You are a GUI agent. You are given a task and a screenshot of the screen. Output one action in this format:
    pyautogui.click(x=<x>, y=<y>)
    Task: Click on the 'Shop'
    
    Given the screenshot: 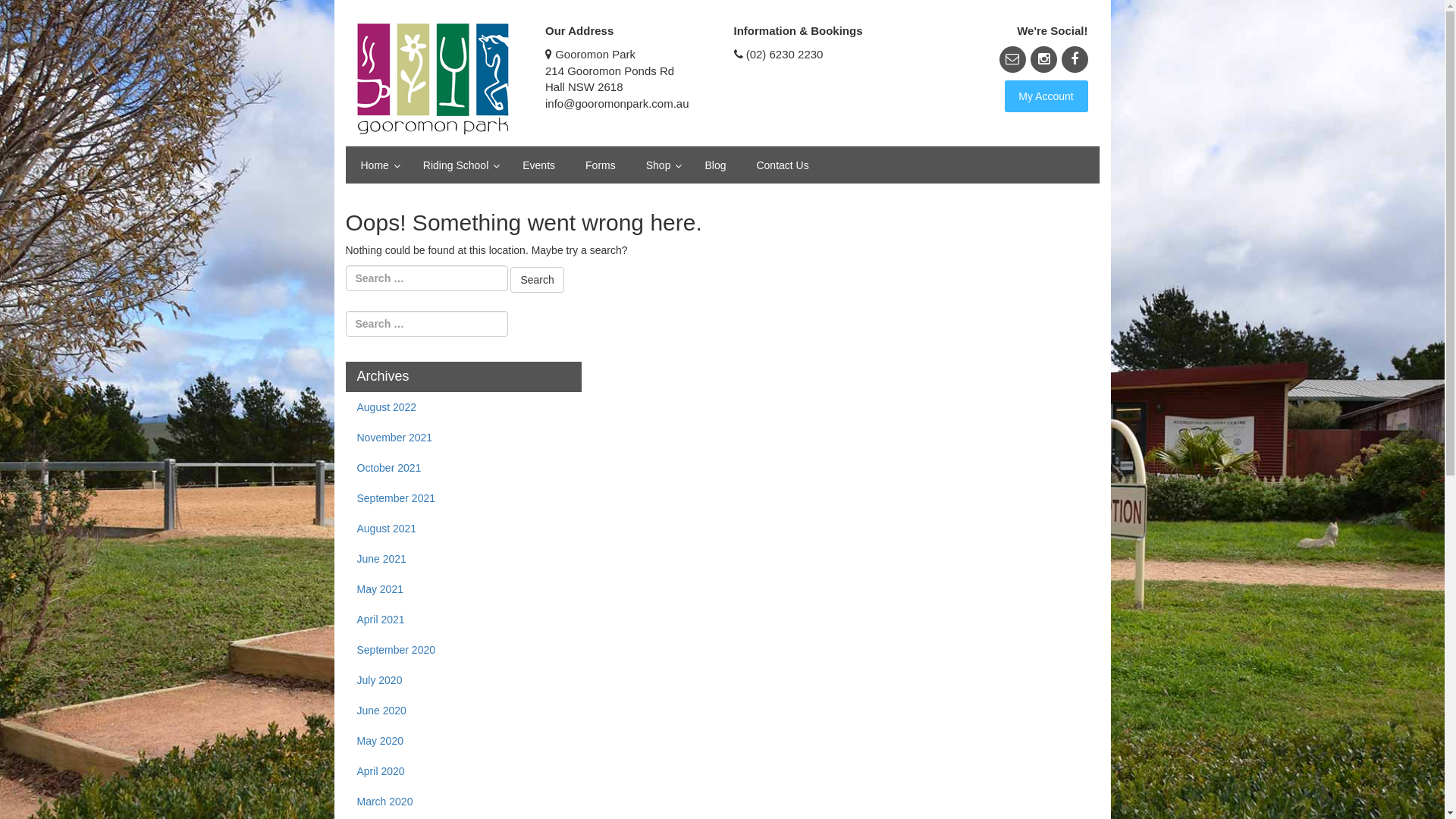 What is the action you would take?
    pyautogui.click(x=660, y=165)
    